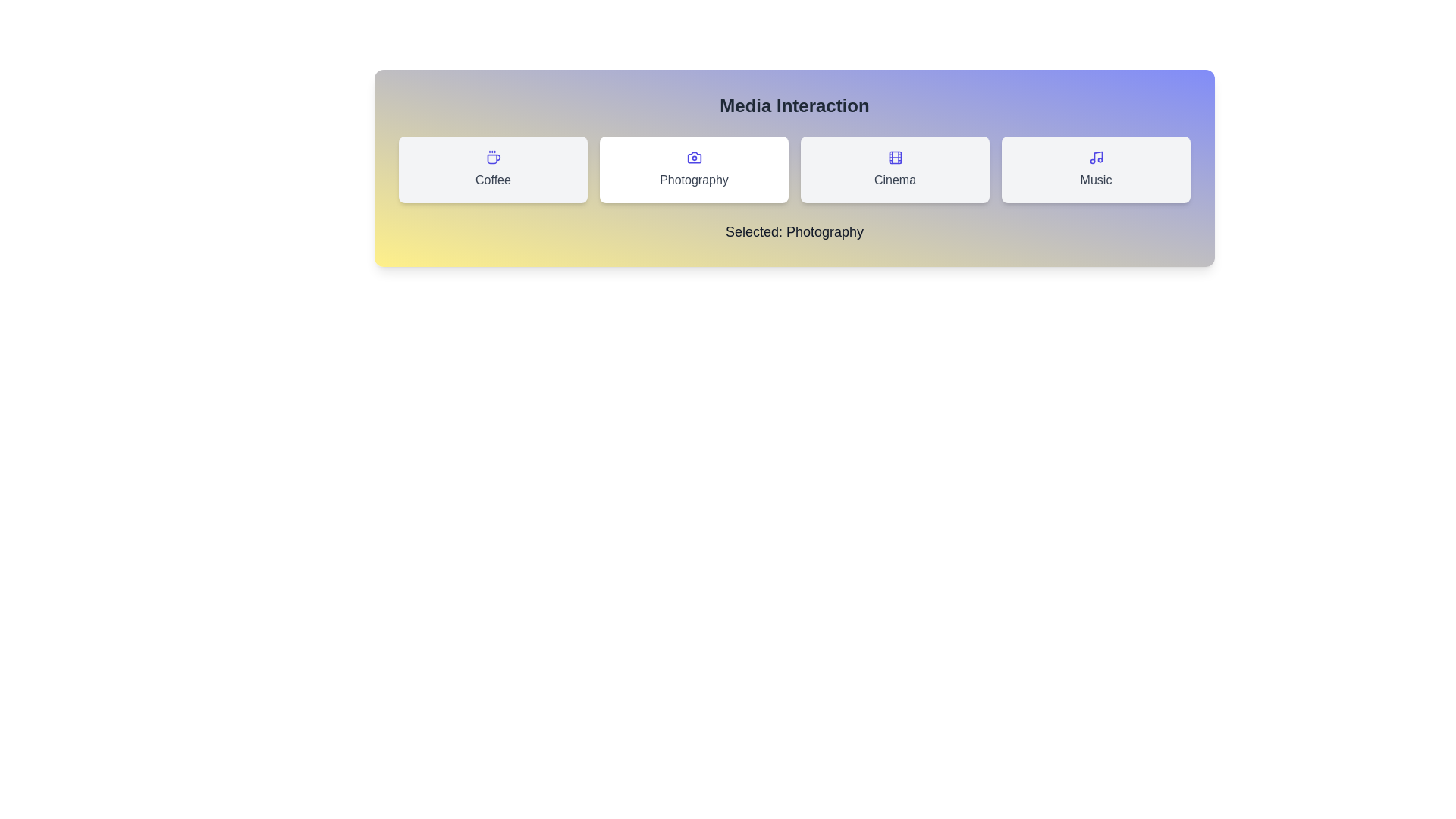  Describe the element at coordinates (693, 158) in the screenshot. I see `the photography icon located to the left of the text label 'Photography' in the second button of a horizontal row of four buttons` at that location.